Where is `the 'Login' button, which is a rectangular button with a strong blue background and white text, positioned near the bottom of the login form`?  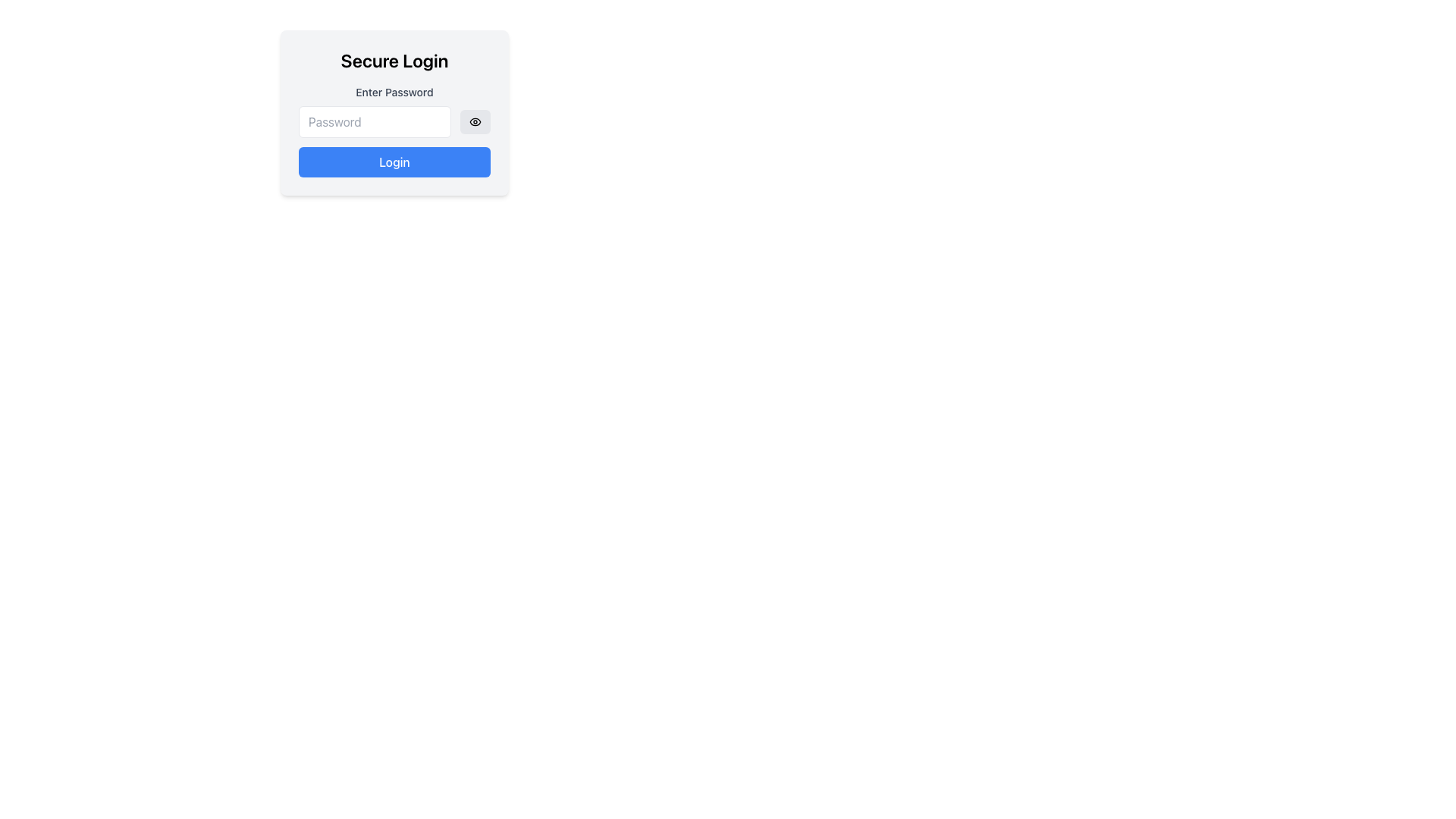 the 'Login' button, which is a rectangular button with a strong blue background and white text, positioned near the bottom of the login form is located at coordinates (394, 162).